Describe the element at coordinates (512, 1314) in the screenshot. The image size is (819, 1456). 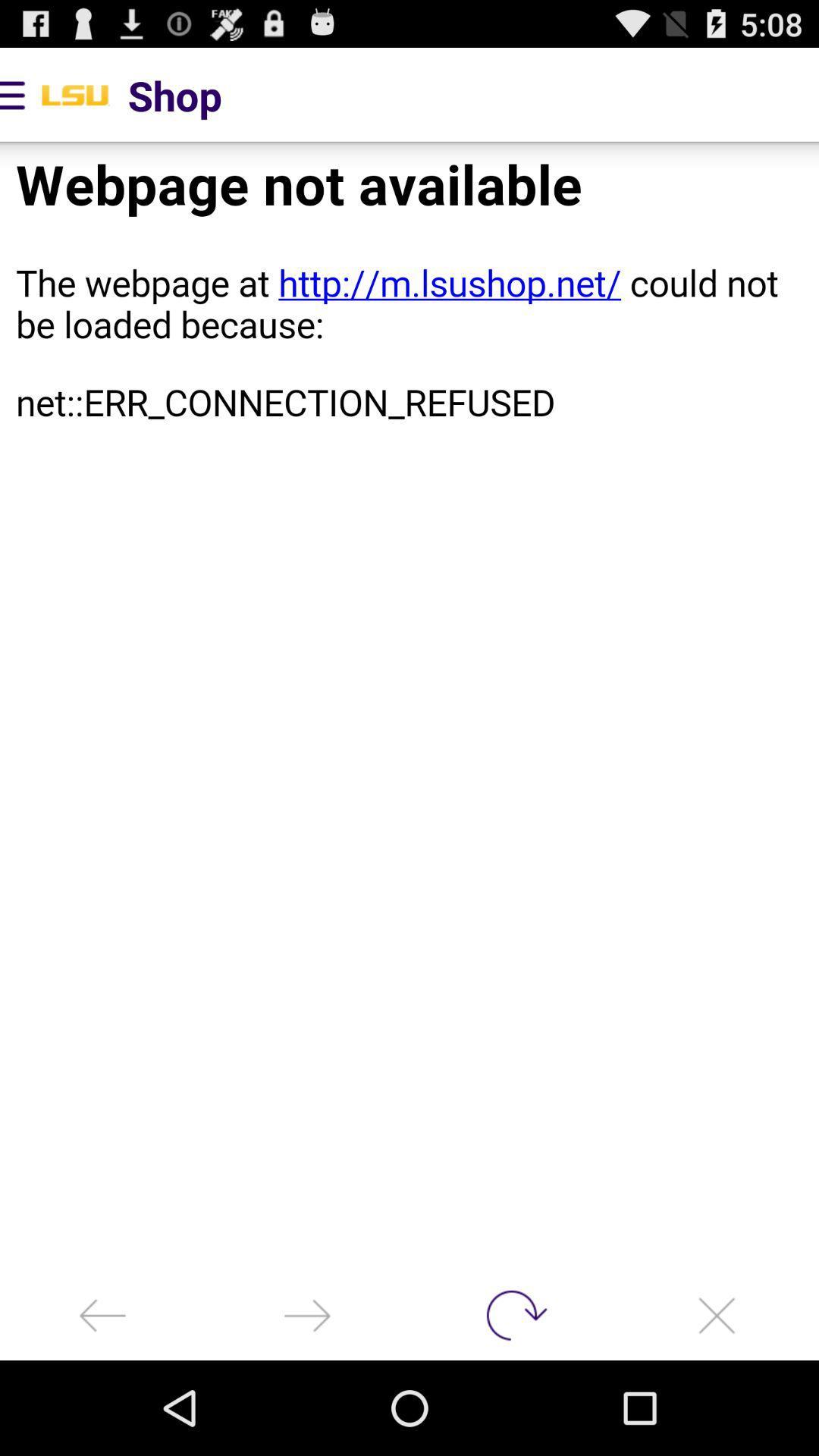
I see `refresh button` at that location.